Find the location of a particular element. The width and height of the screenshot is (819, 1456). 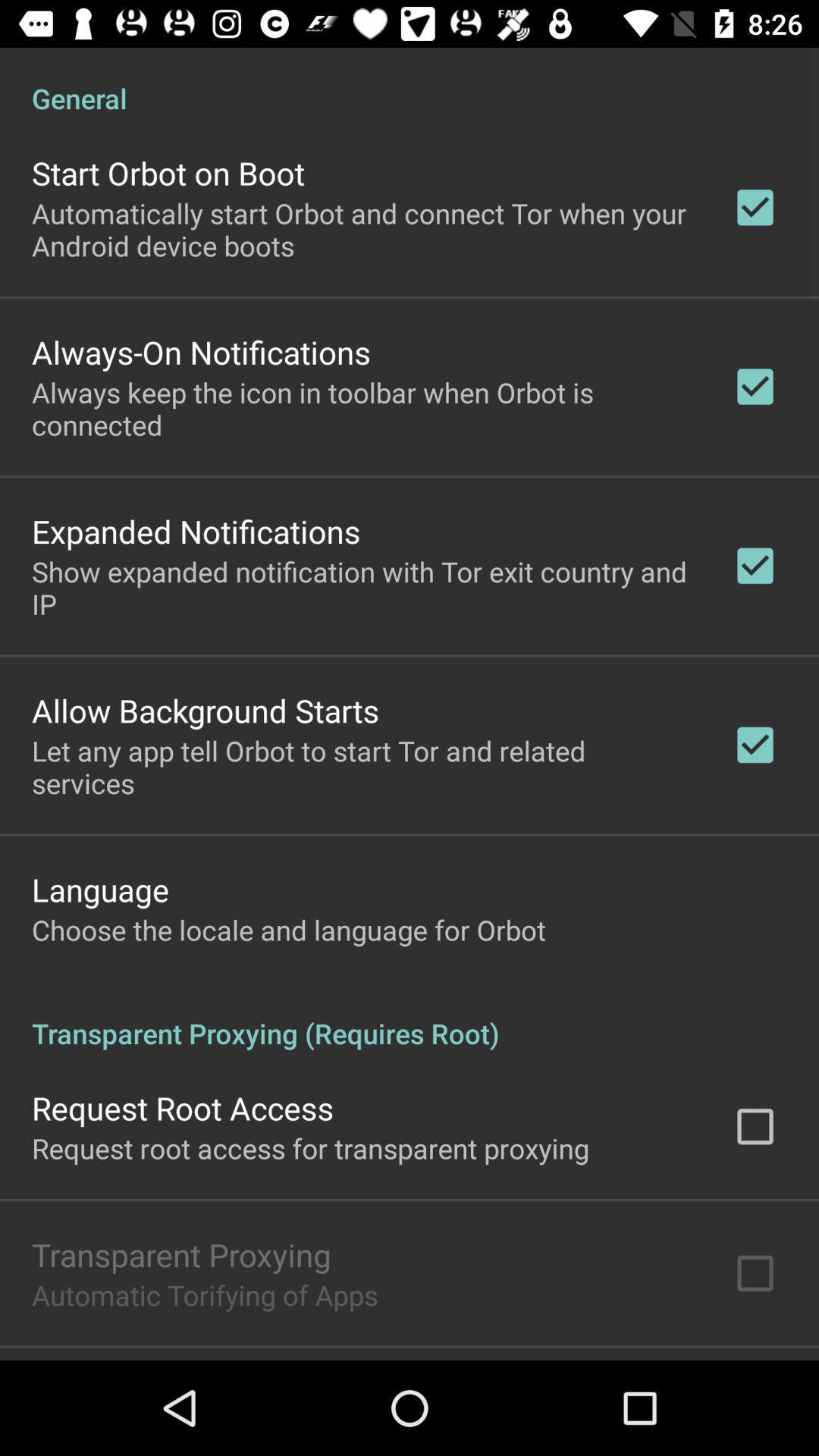

the item below automatically start orbot icon is located at coordinates (200, 351).